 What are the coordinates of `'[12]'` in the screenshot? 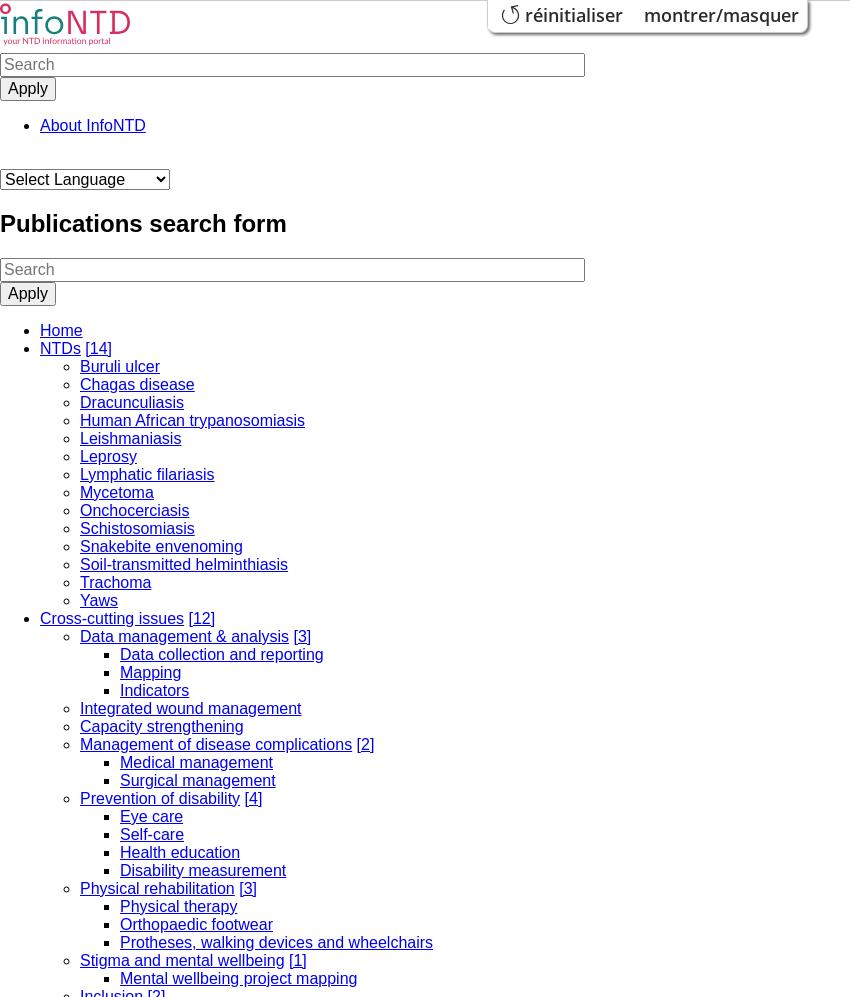 It's located at (200, 616).